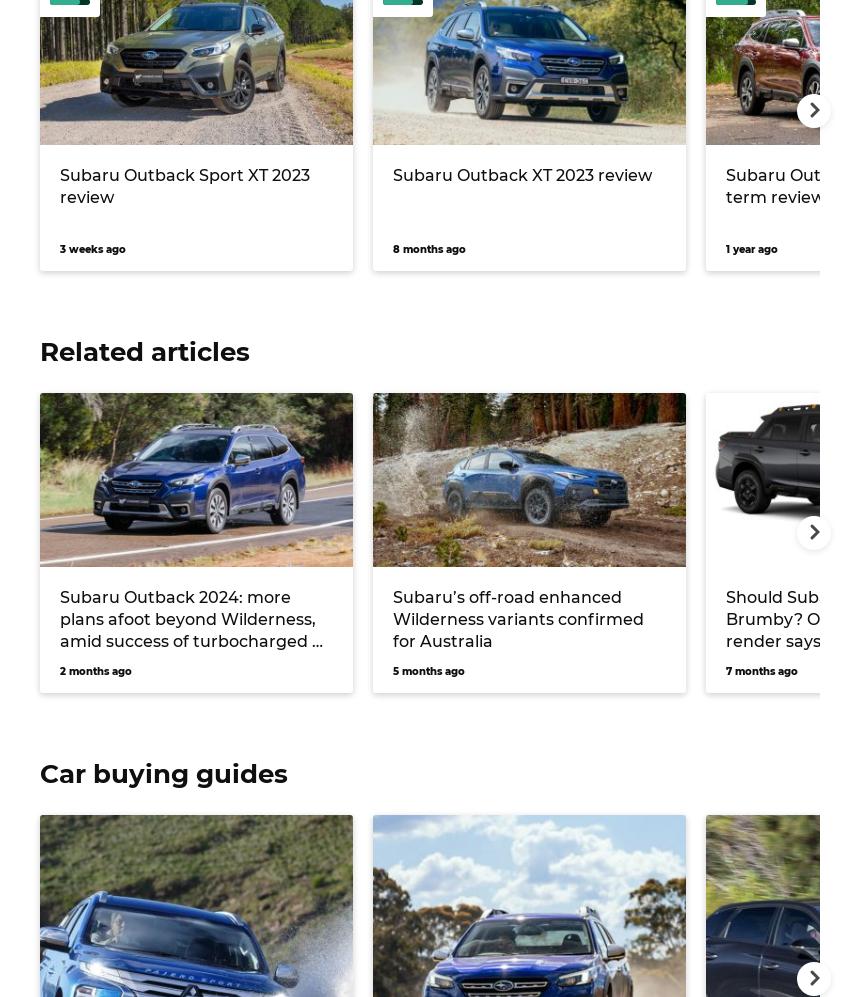 The height and width of the screenshot is (997, 850). What do you see at coordinates (91, 247) in the screenshot?
I see `'3 weeks ago'` at bounding box center [91, 247].